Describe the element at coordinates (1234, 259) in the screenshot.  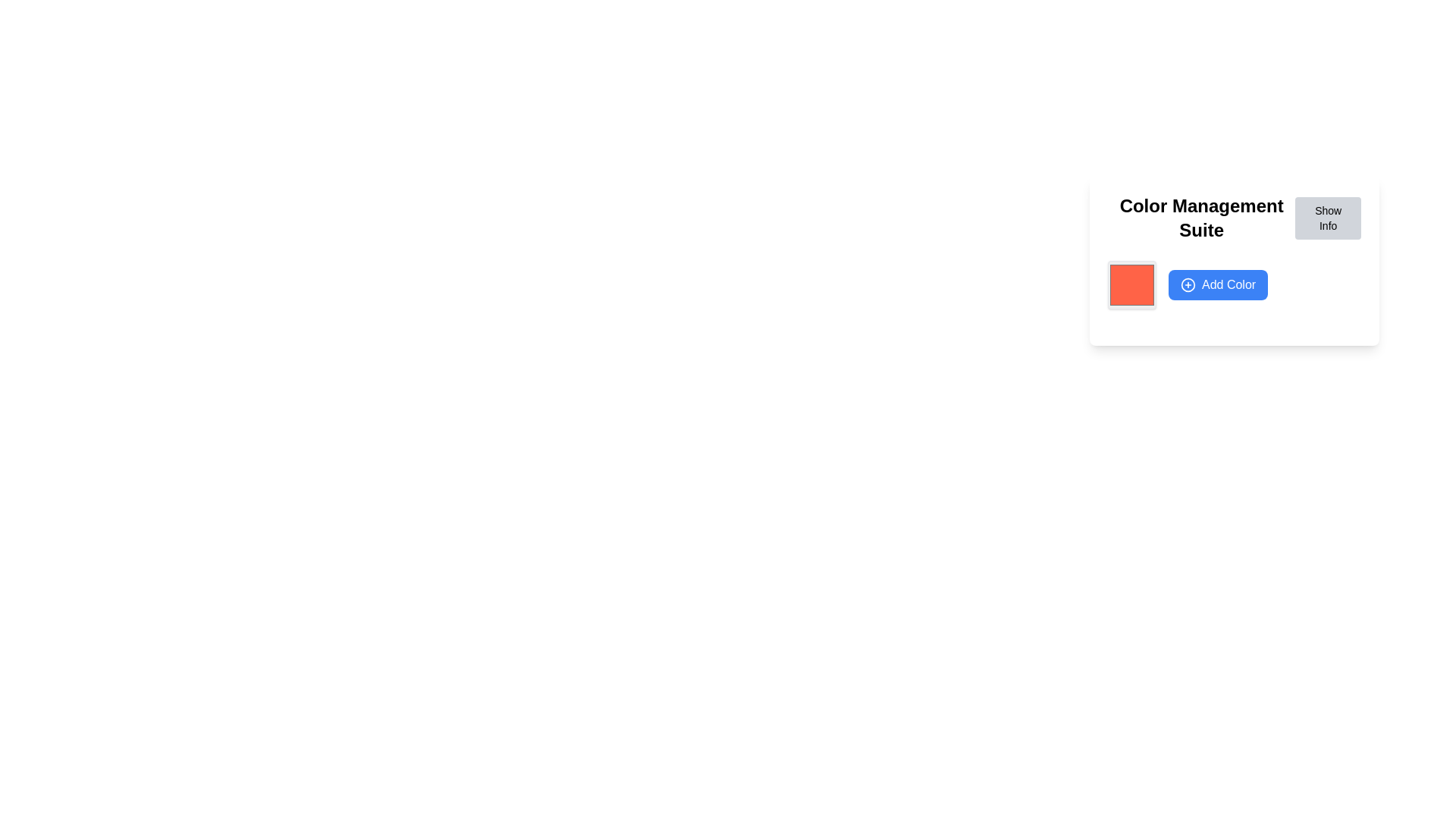
I see `the 'Add Color' button on the color management options card located in the side panel interface` at that location.